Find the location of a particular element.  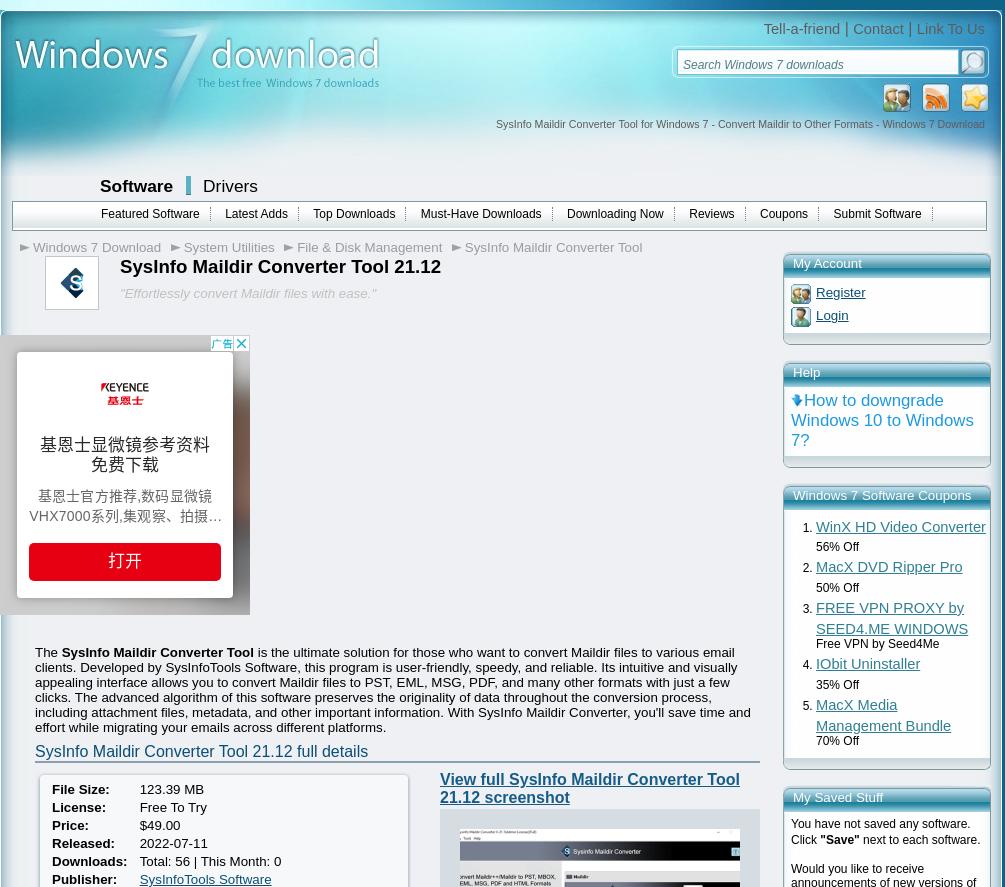

'Featured Software' is located at coordinates (150, 214).